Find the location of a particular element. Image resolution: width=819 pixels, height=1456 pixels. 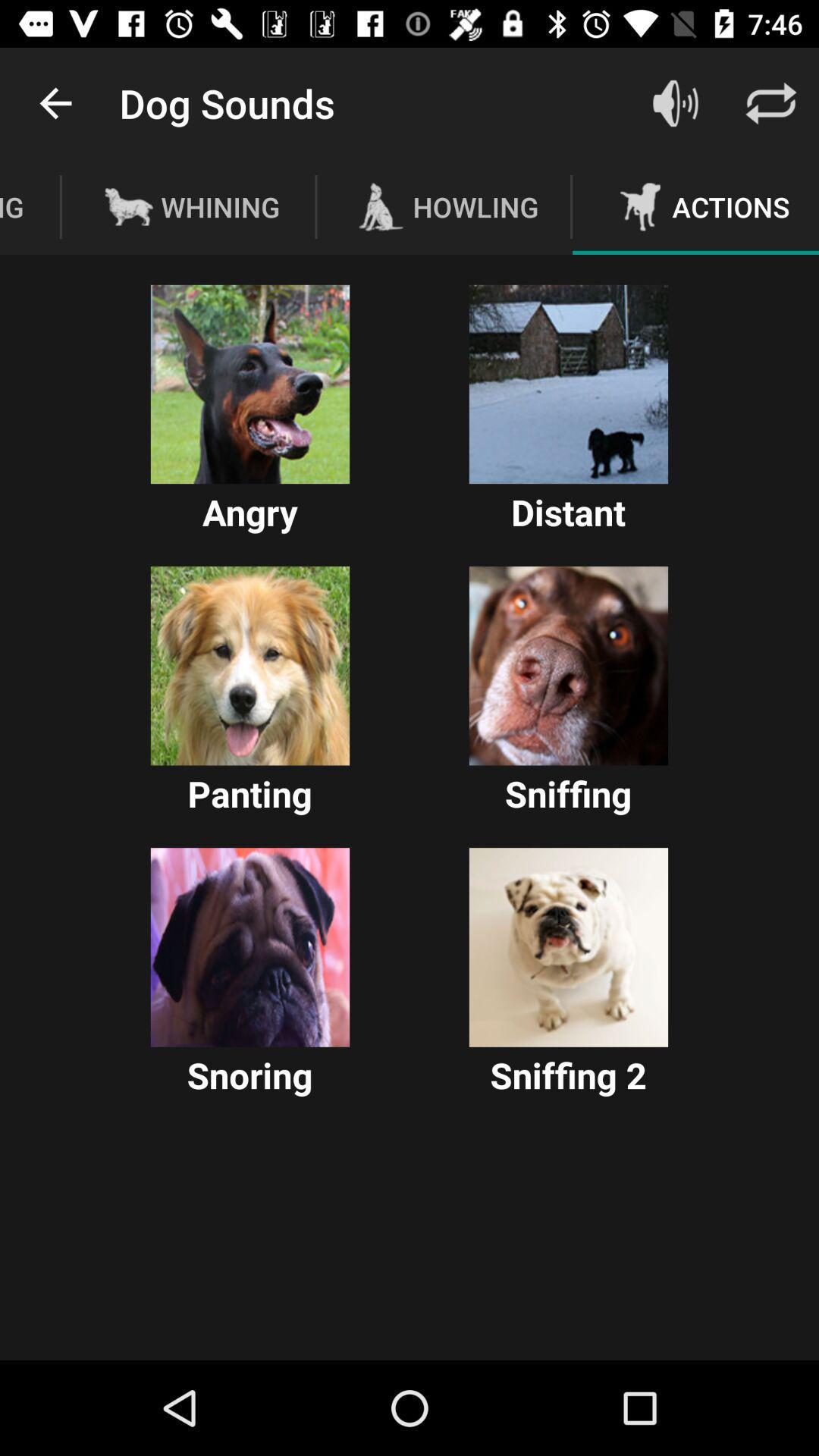

picture is located at coordinates (568, 384).